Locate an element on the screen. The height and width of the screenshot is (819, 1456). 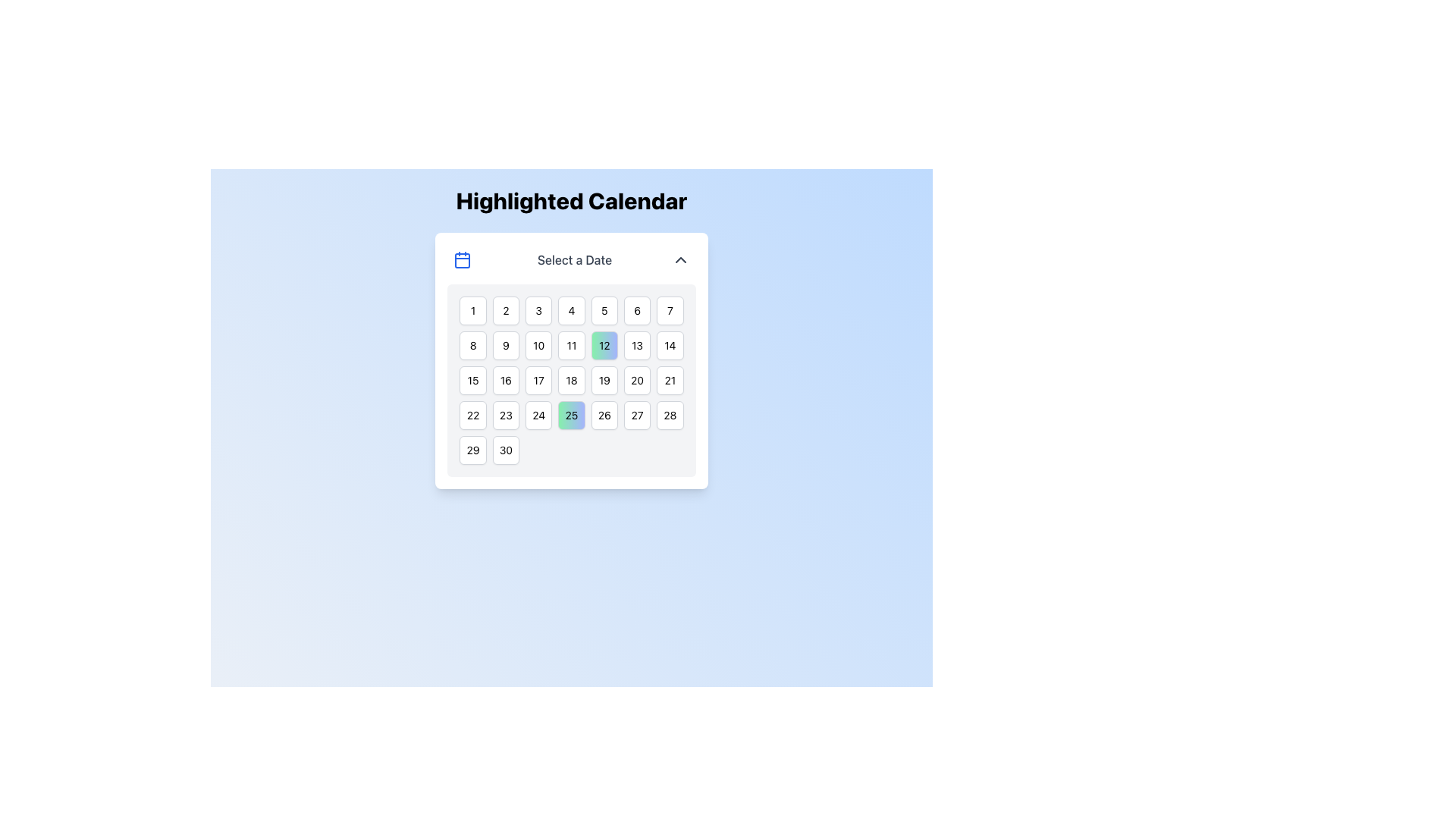
the selectable day button in the calendar grid is located at coordinates (637, 309).